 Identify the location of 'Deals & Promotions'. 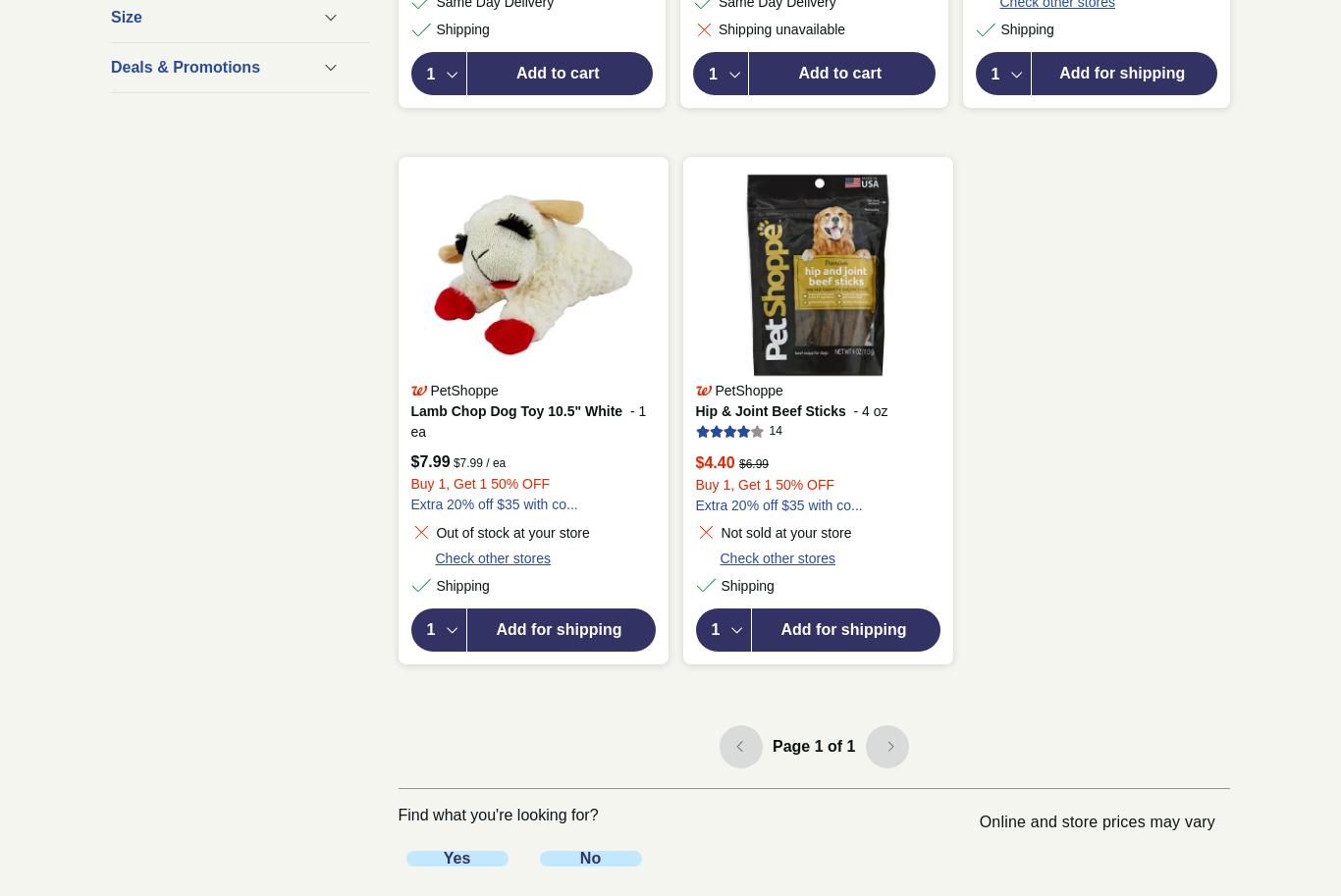
(185, 66).